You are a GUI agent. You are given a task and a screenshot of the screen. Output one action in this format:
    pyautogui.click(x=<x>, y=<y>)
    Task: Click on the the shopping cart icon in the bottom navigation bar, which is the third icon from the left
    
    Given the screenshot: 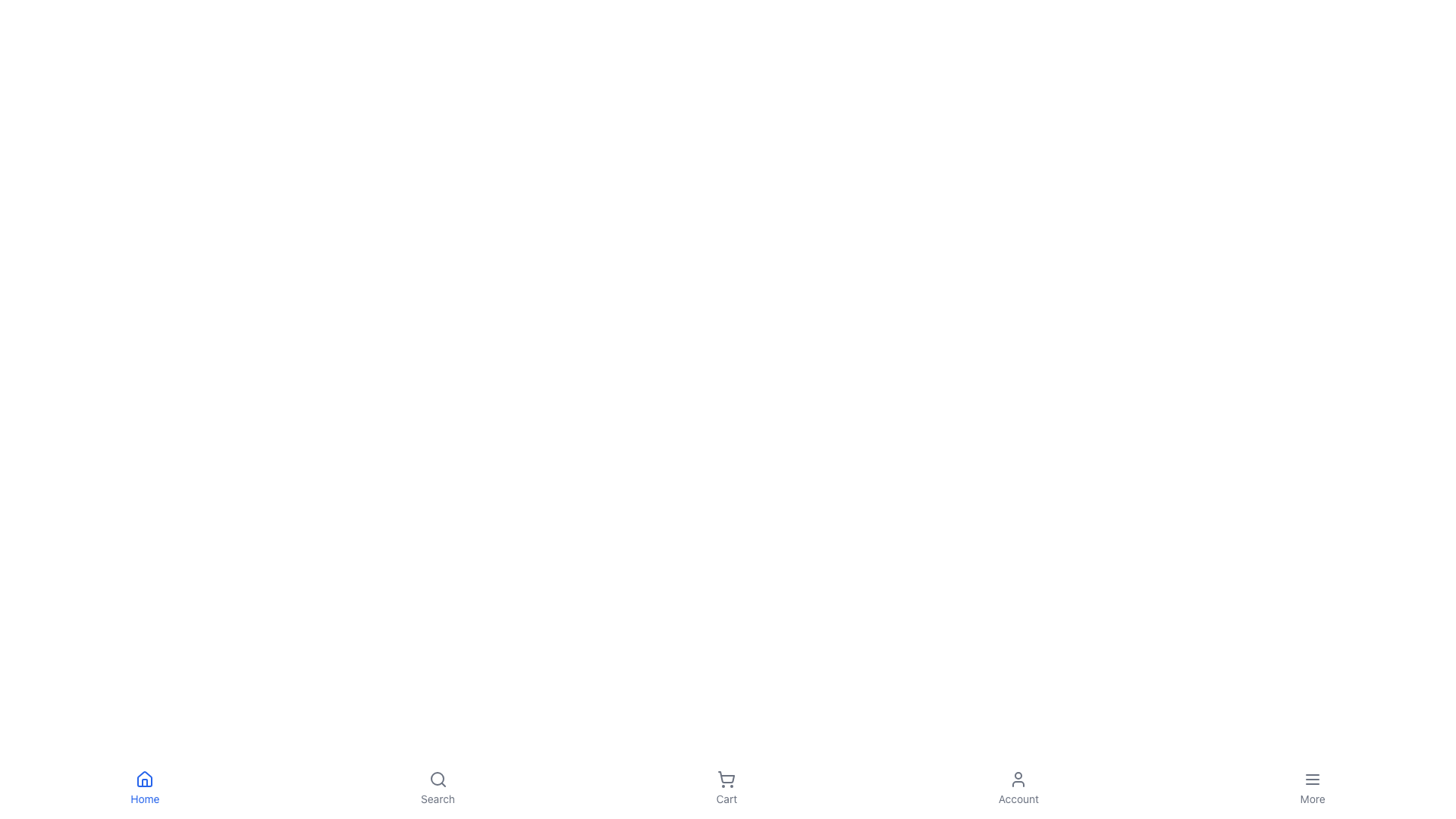 What is the action you would take?
    pyautogui.click(x=726, y=777)
    